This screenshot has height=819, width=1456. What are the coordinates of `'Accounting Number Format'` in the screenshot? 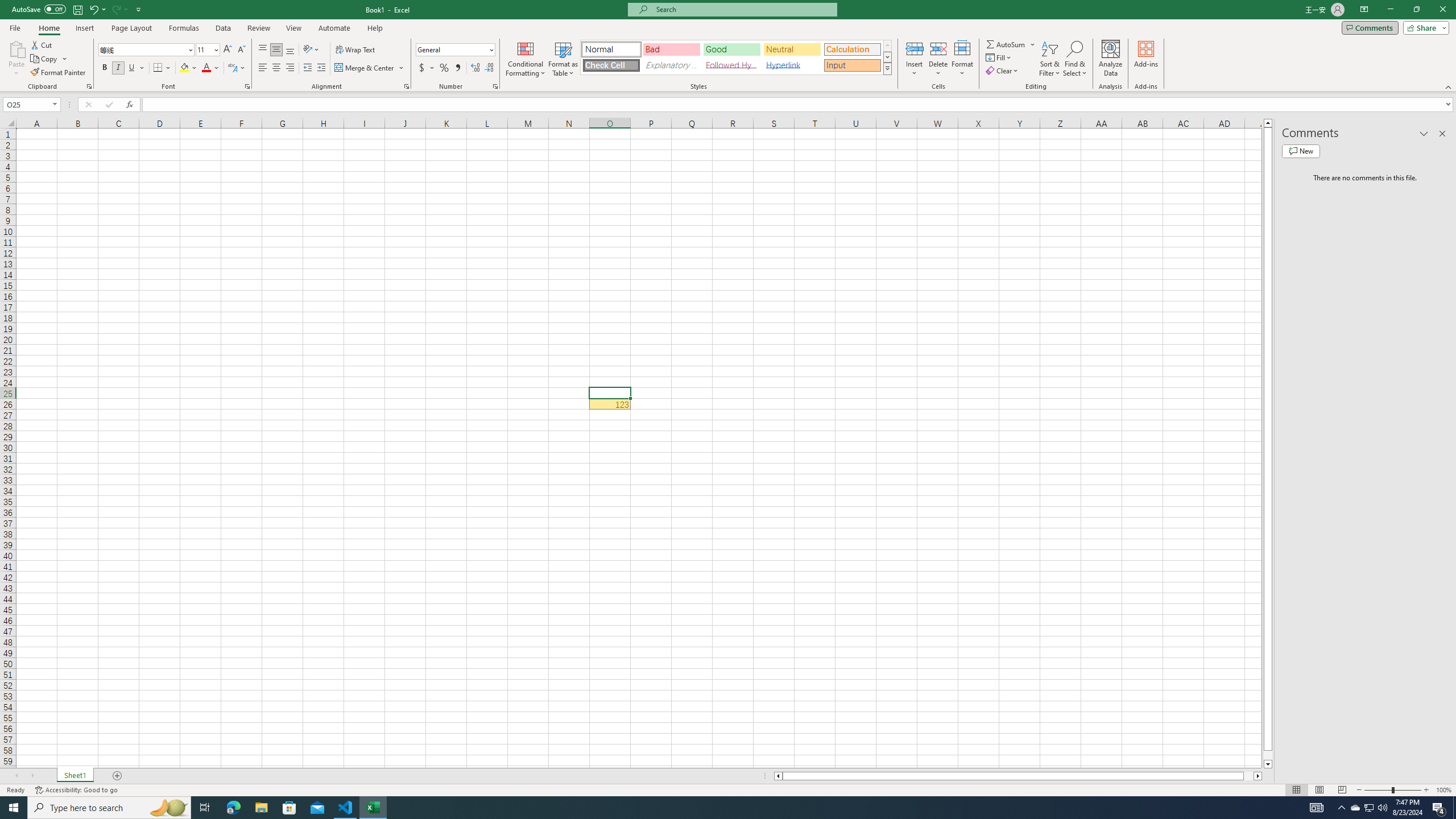 It's located at (421, 67).